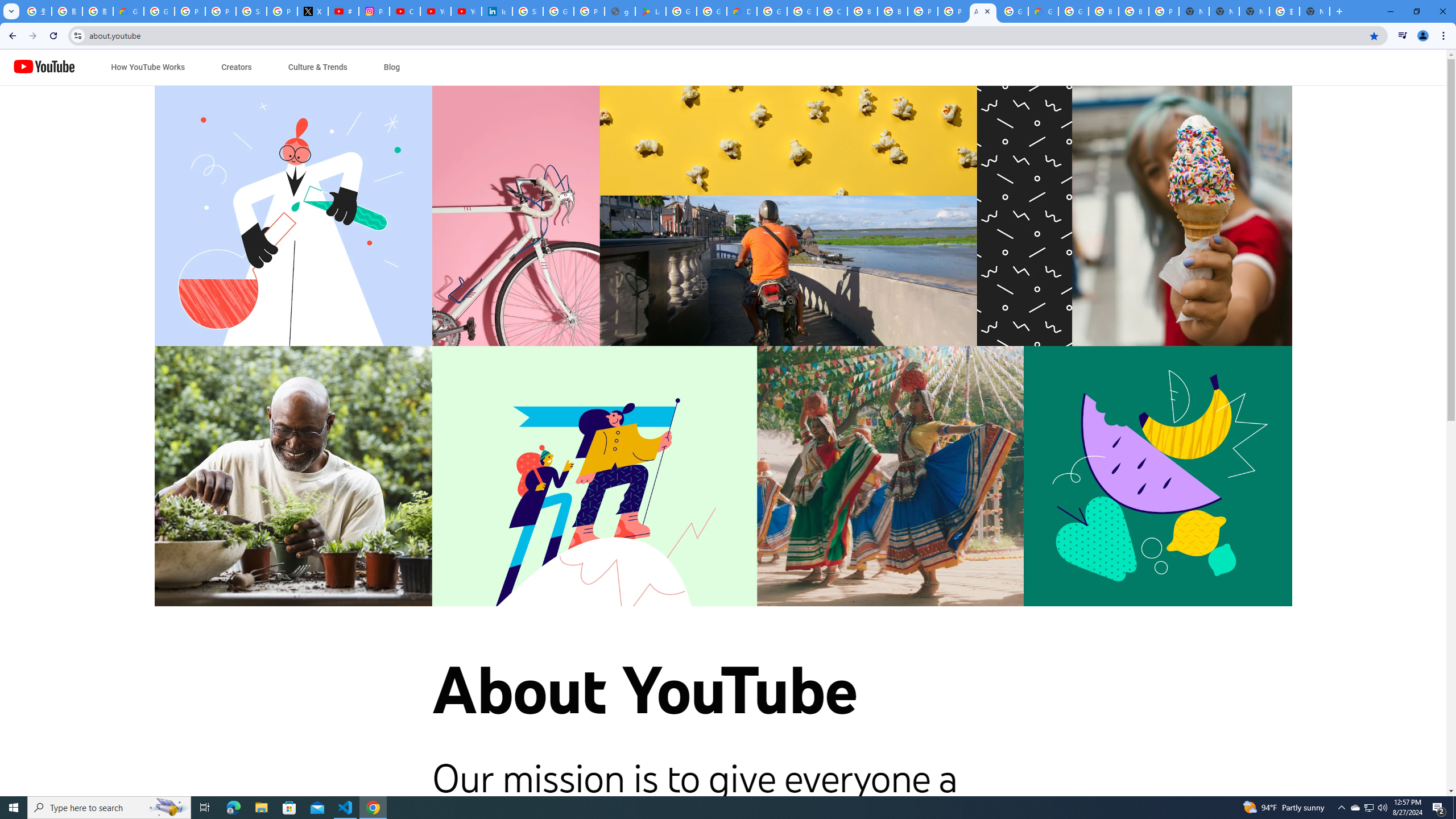 This screenshot has width=1456, height=819. What do you see at coordinates (391, 67) in the screenshot?
I see `'Blog'` at bounding box center [391, 67].